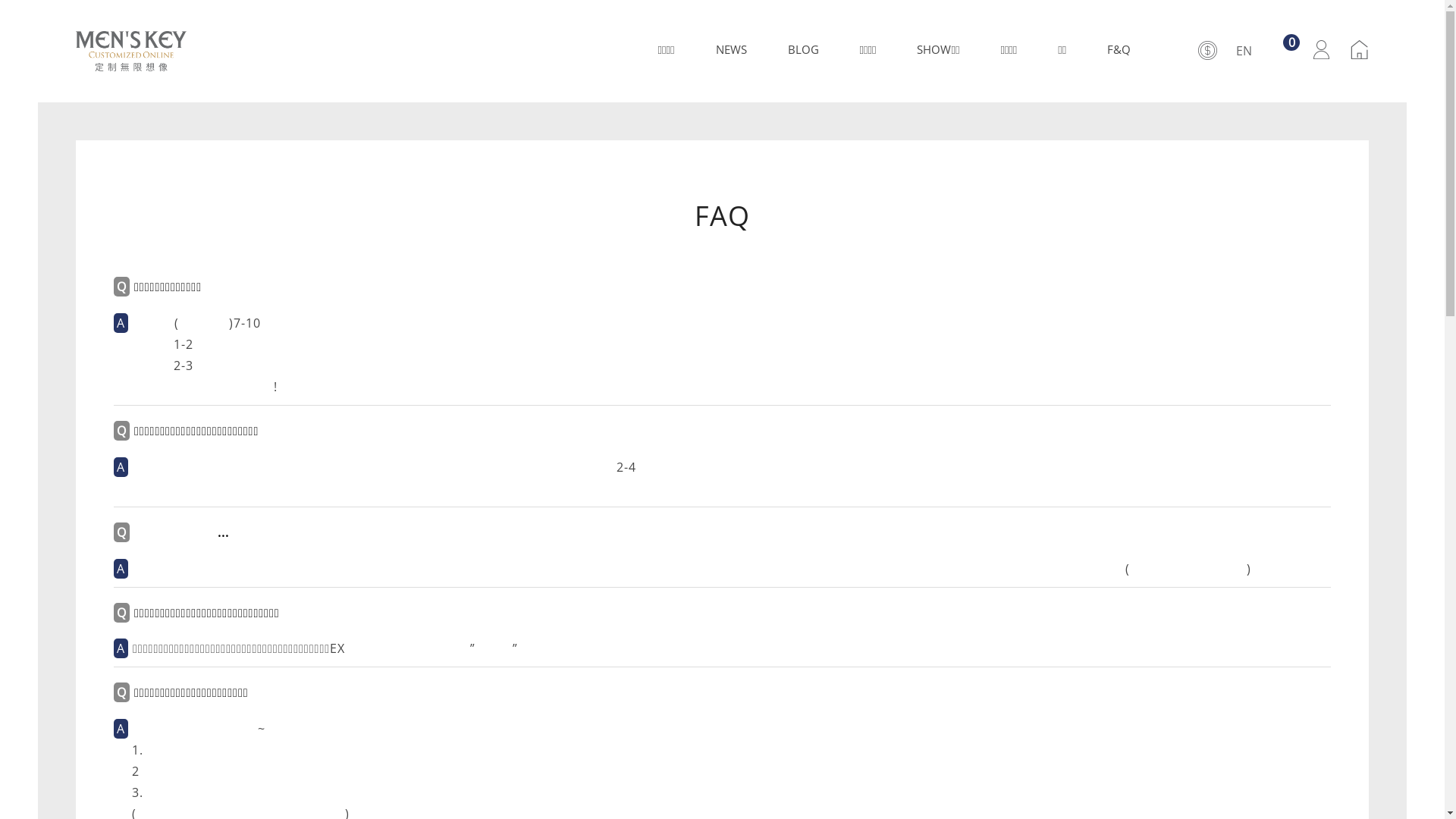 The height and width of the screenshot is (819, 1456). I want to click on 'MEN'S KEY', so click(130, 50).